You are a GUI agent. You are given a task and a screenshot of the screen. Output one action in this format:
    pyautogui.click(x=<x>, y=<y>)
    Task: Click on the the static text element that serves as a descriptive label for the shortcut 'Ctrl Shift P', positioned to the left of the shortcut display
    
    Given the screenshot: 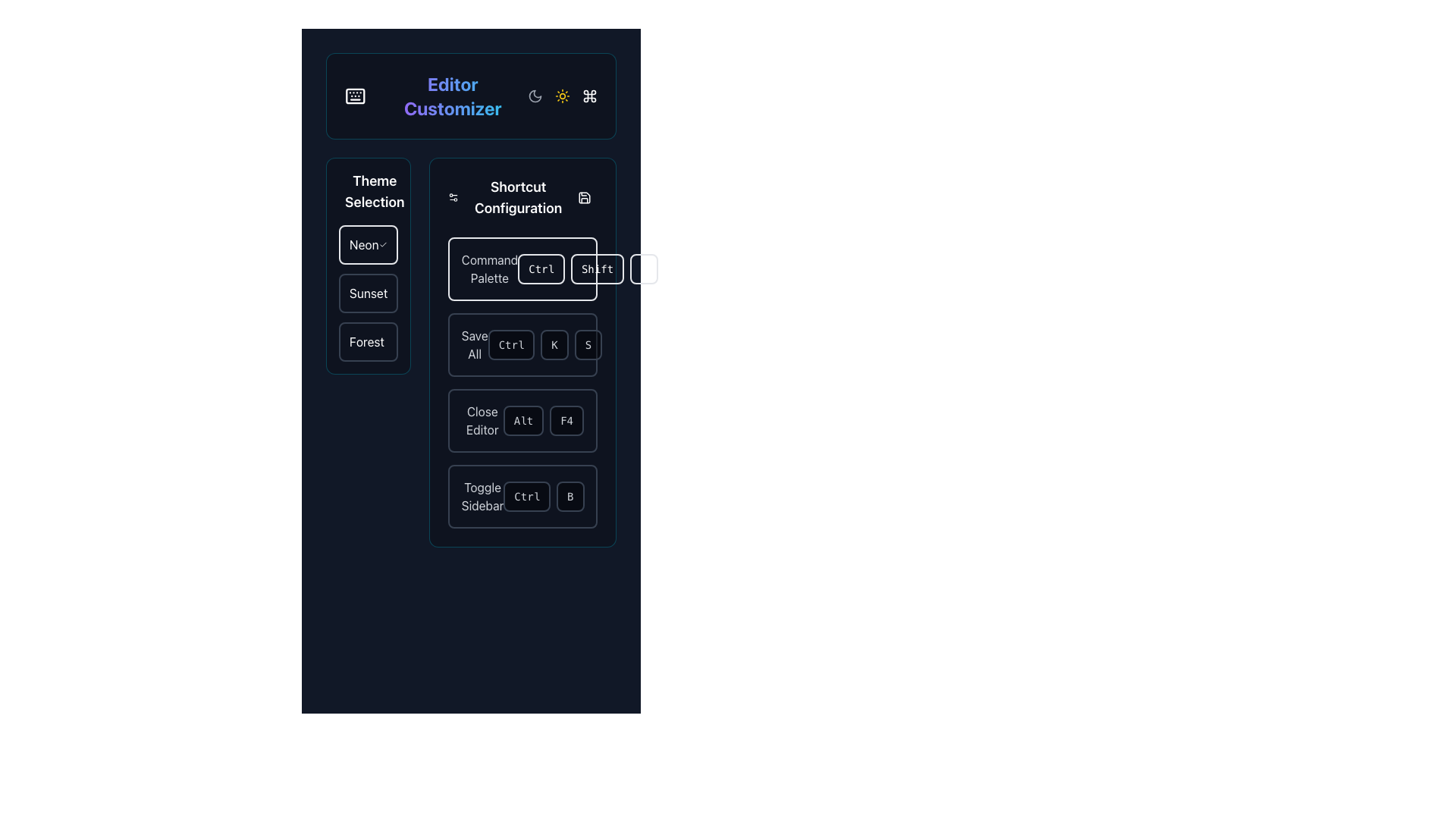 What is the action you would take?
    pyautogui.click(x=489, y=268)
    